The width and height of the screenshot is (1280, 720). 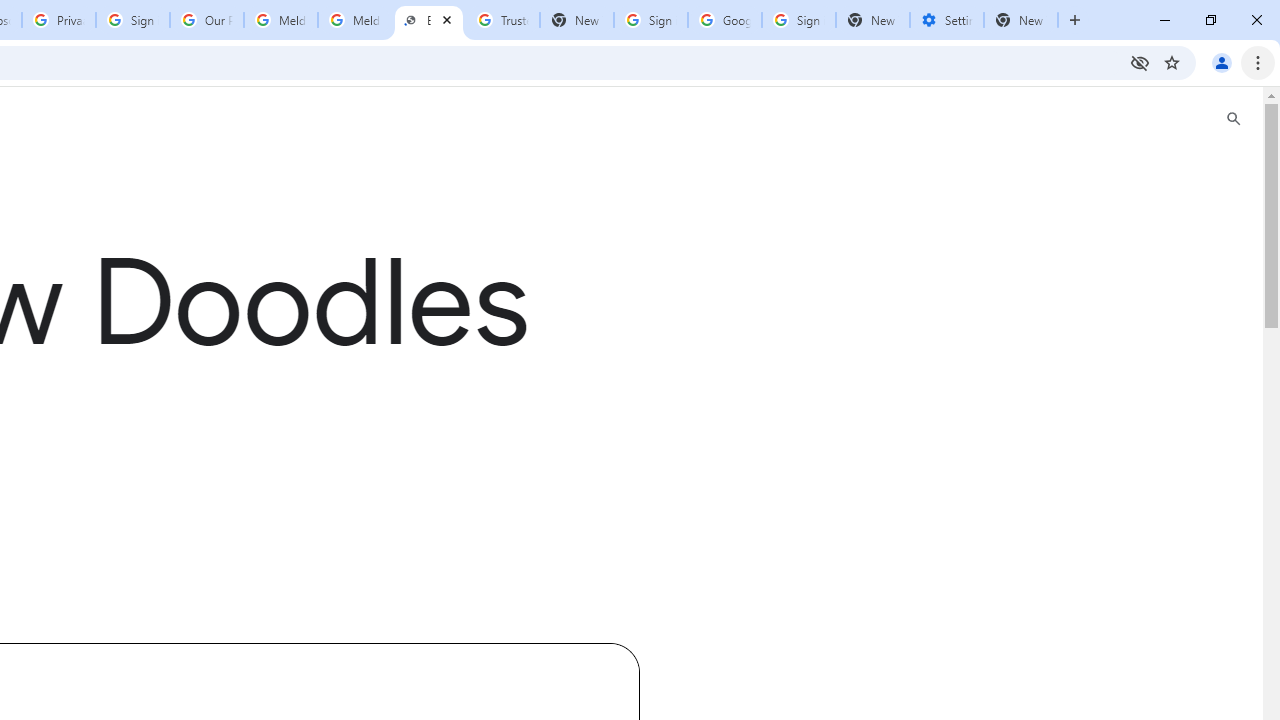 What do you see at coordinates (723, 20) in the screenshot?
I see `'Google Cybersecurity Innovations - Google Safety Center'` at bounding box center [723, 20].